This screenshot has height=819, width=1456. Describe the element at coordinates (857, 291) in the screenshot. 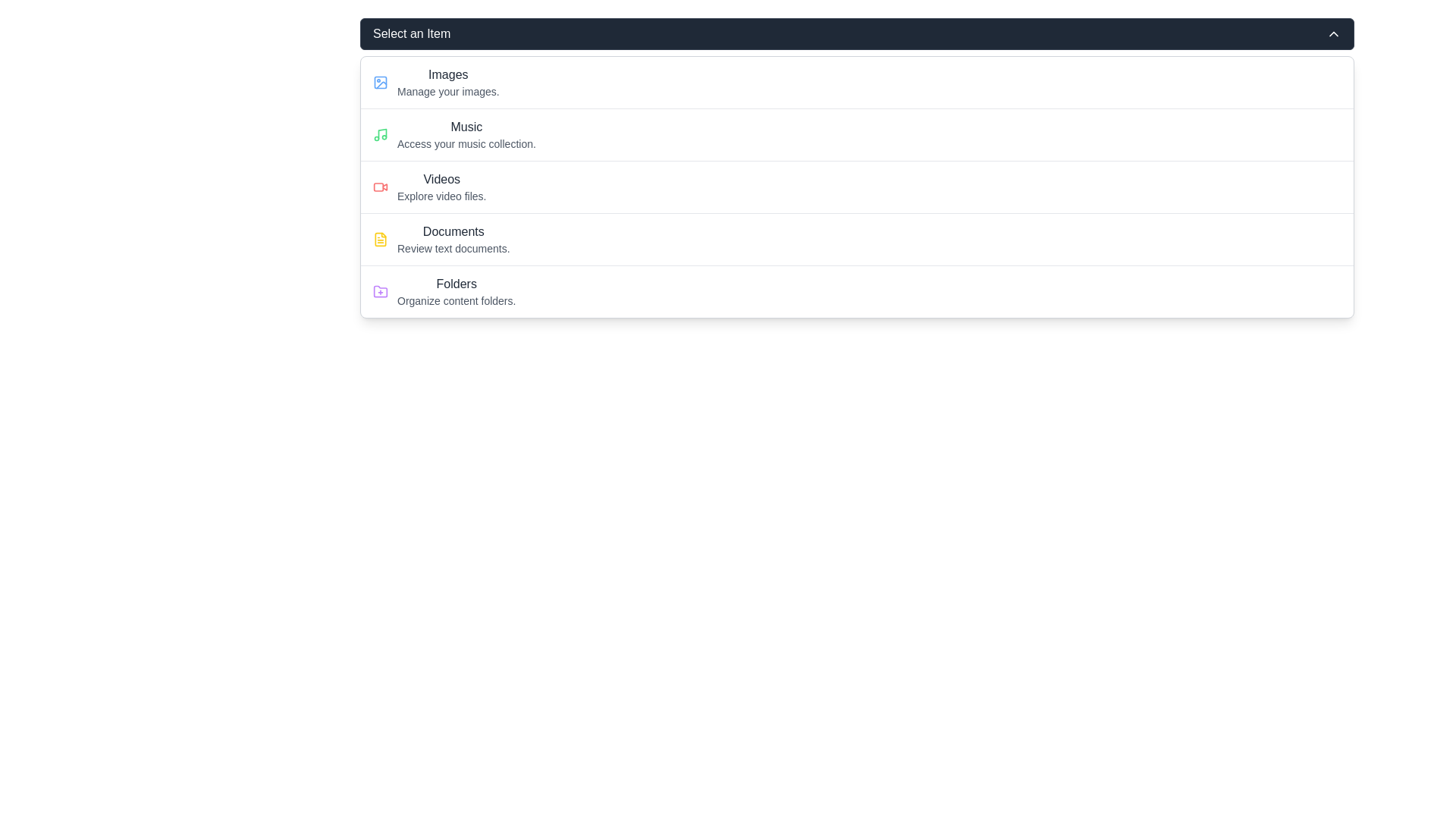

I see `the fifth list item under the 'Select an Item' header` at that location.